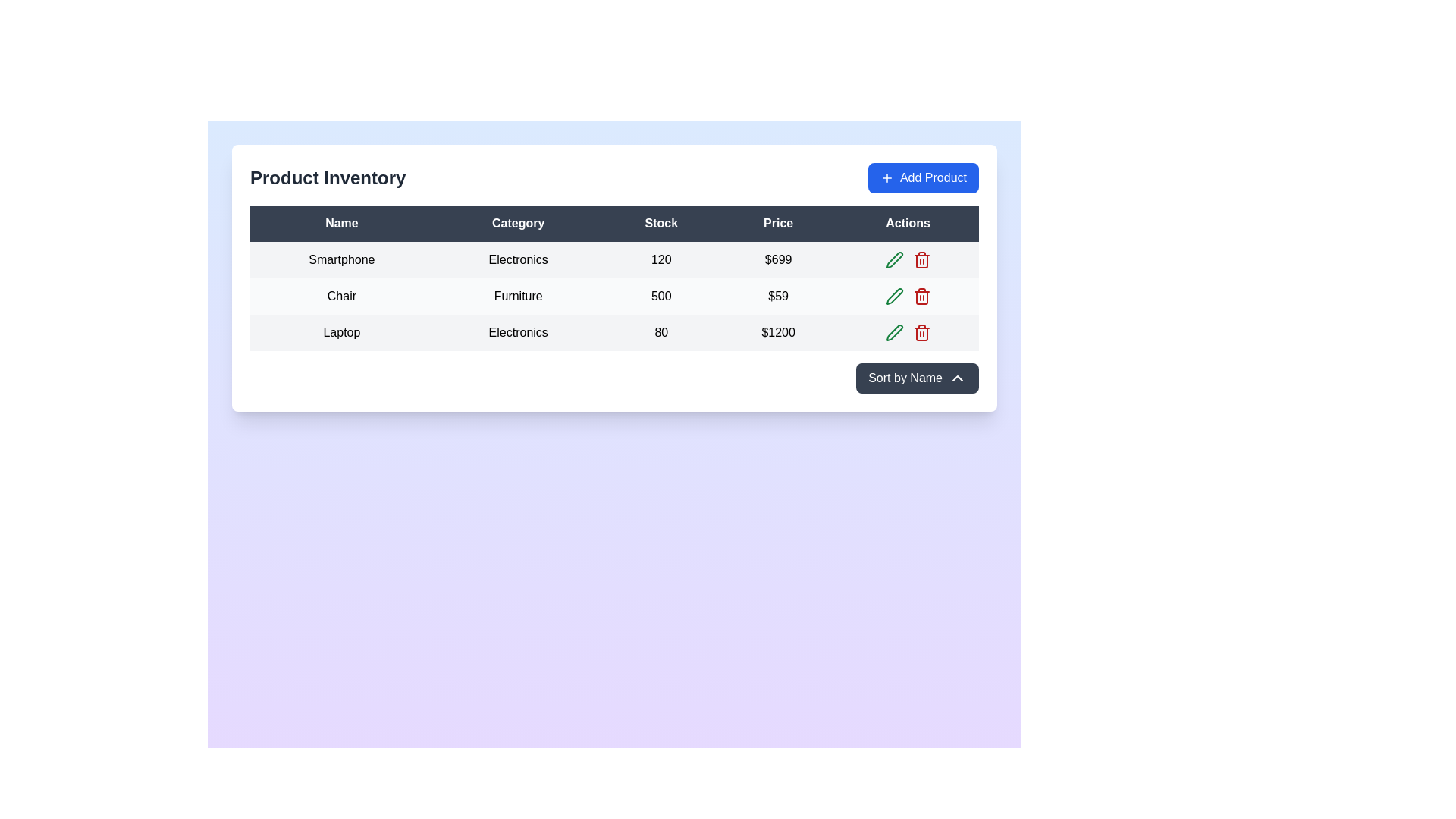  I want to click on the text label displaying 'Electronics' located in the second column of the first data row under the 'Category' header of the table, so click(518, 259).